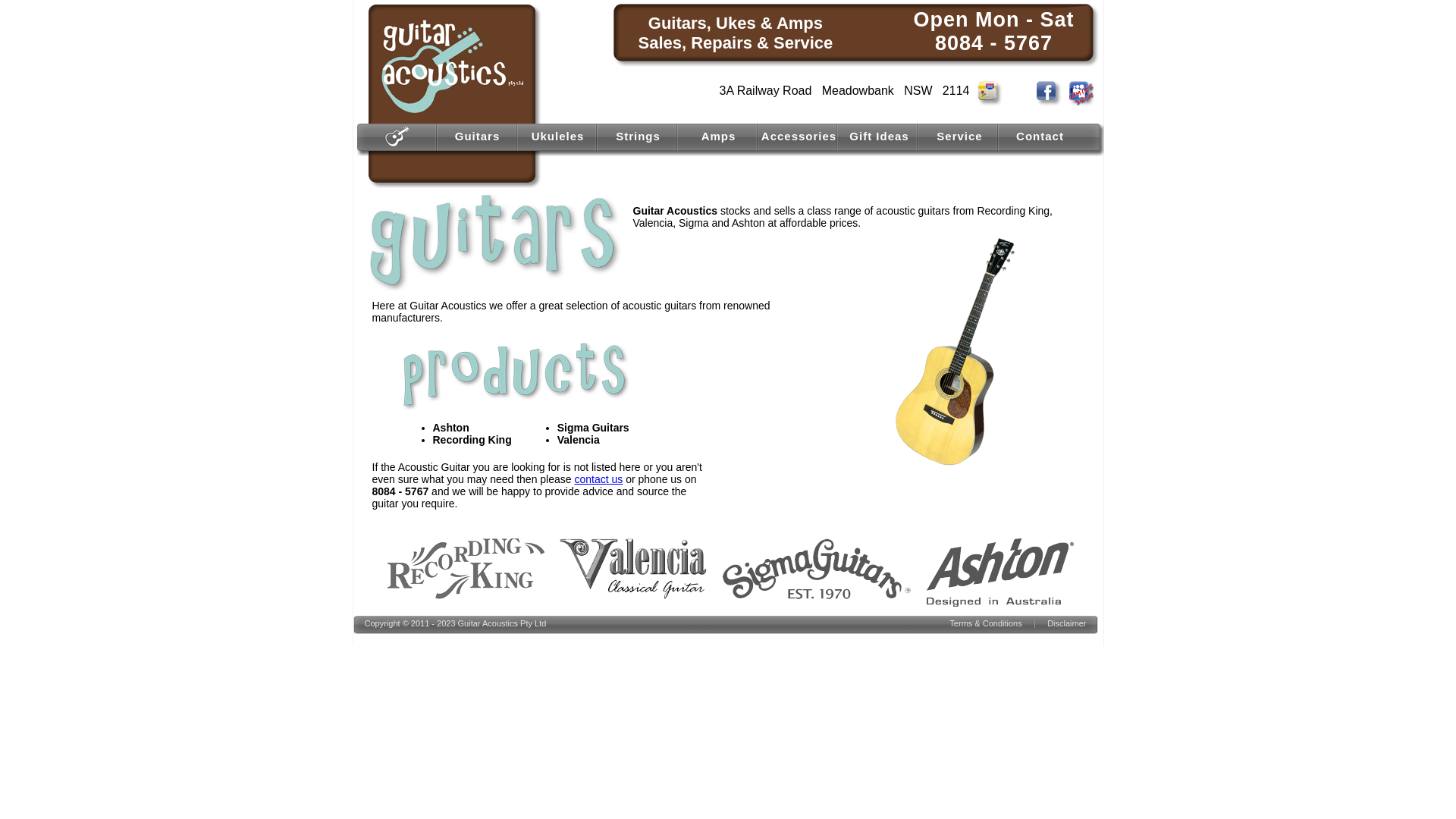 This screenshot has width=1456, height=819. What do you see at coordinates (1039, 135) in the screenshot?
I see `'Contact'` at bounding box center [1039, 135].